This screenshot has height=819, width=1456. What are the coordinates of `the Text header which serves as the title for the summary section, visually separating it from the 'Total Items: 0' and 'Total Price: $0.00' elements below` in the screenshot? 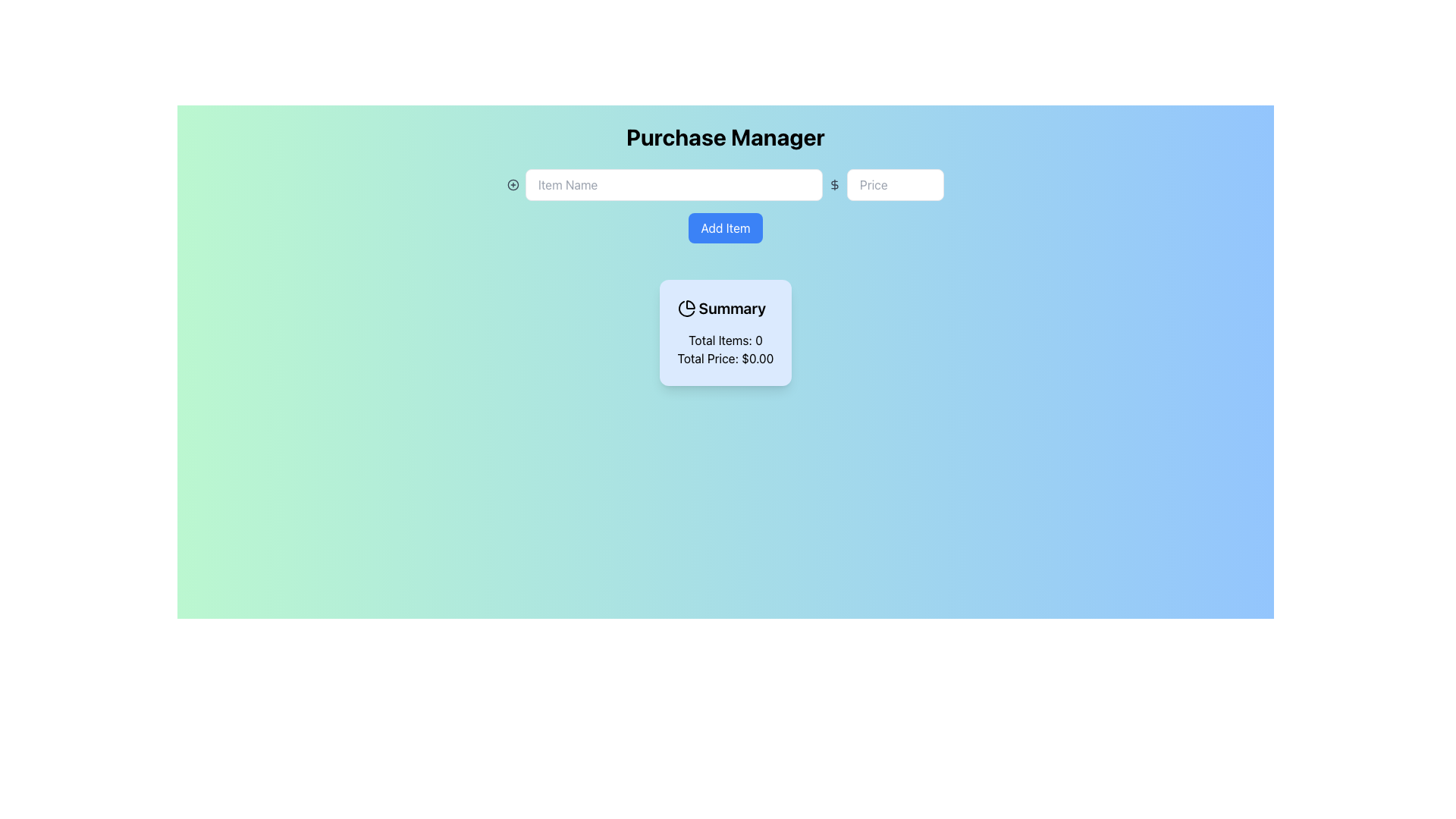 It's located at (724, 308).